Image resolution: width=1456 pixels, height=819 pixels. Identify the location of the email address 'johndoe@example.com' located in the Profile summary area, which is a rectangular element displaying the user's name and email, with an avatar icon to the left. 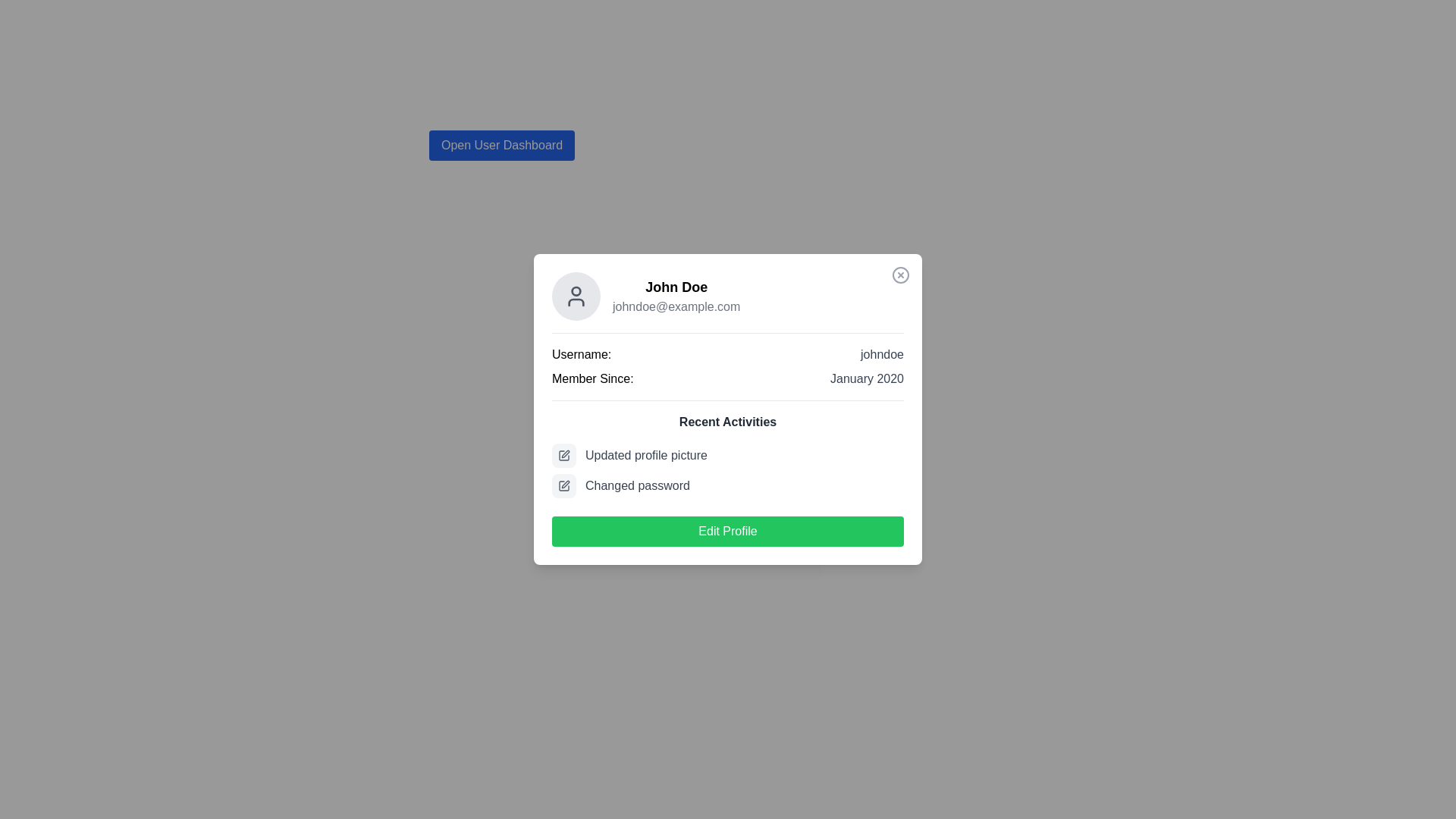
(728, 302).